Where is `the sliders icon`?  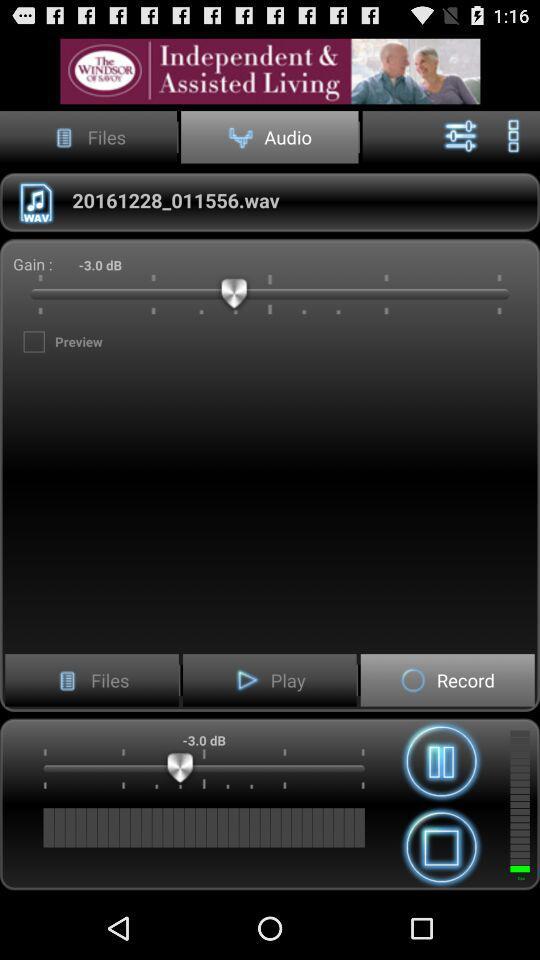 the sliders icon is located at coordinates (461, 144).